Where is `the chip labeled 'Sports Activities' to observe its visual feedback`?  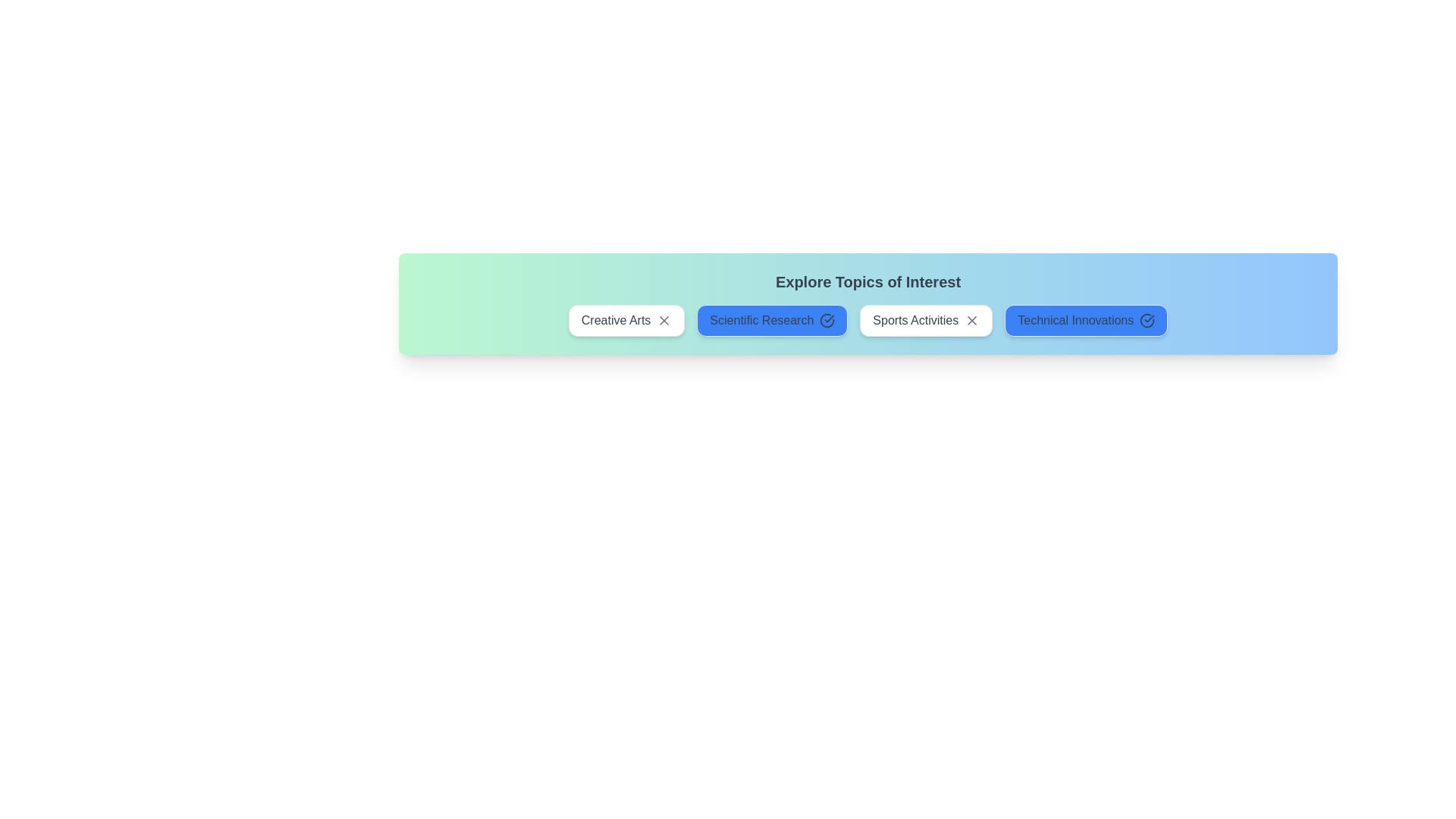
the chip labeled 'Sports Activities' to observe its visual feedback is located at coordinates (925, 320).